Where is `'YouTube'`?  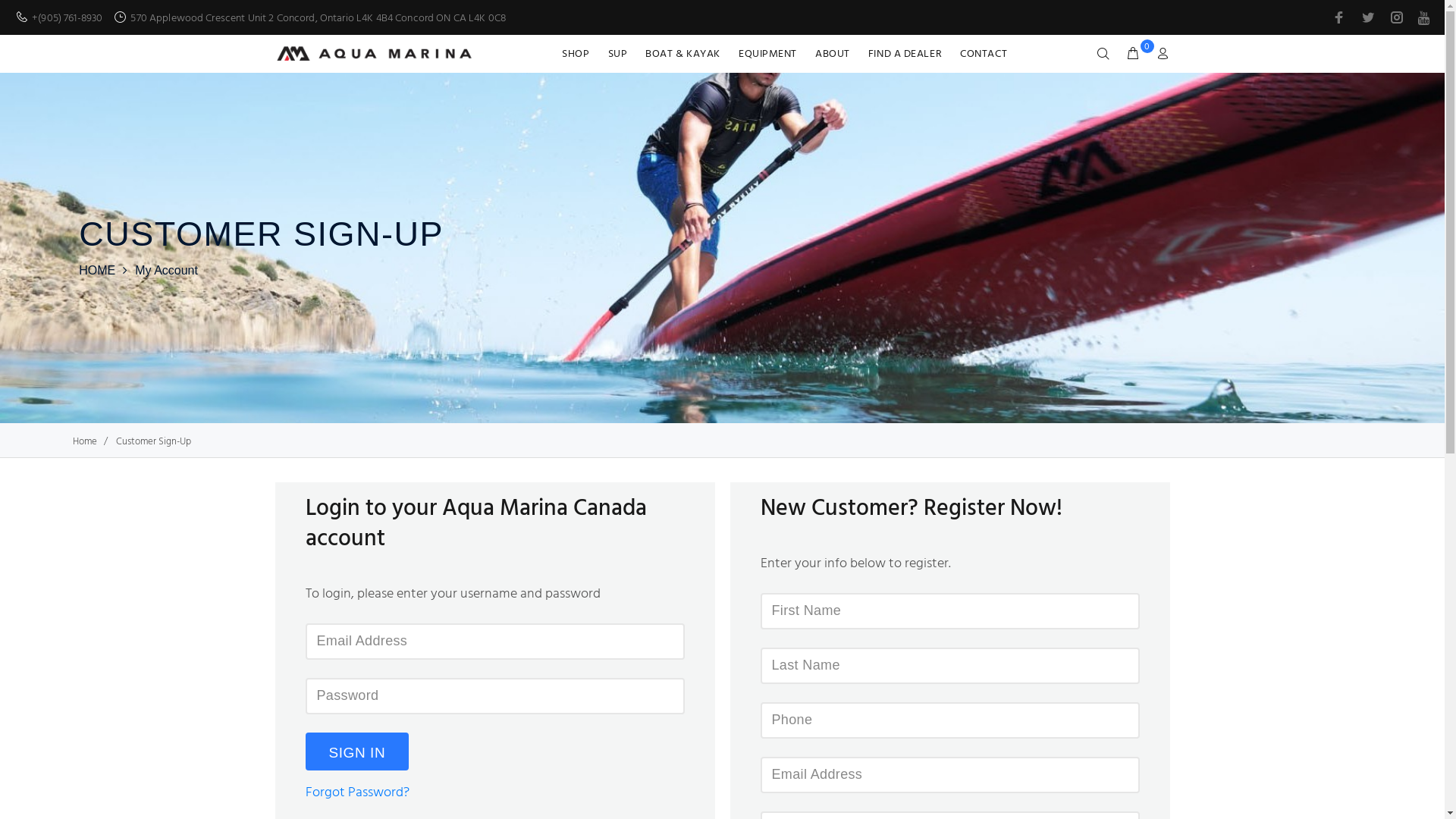 'YouTube' is located at coordinates (1421, 17).